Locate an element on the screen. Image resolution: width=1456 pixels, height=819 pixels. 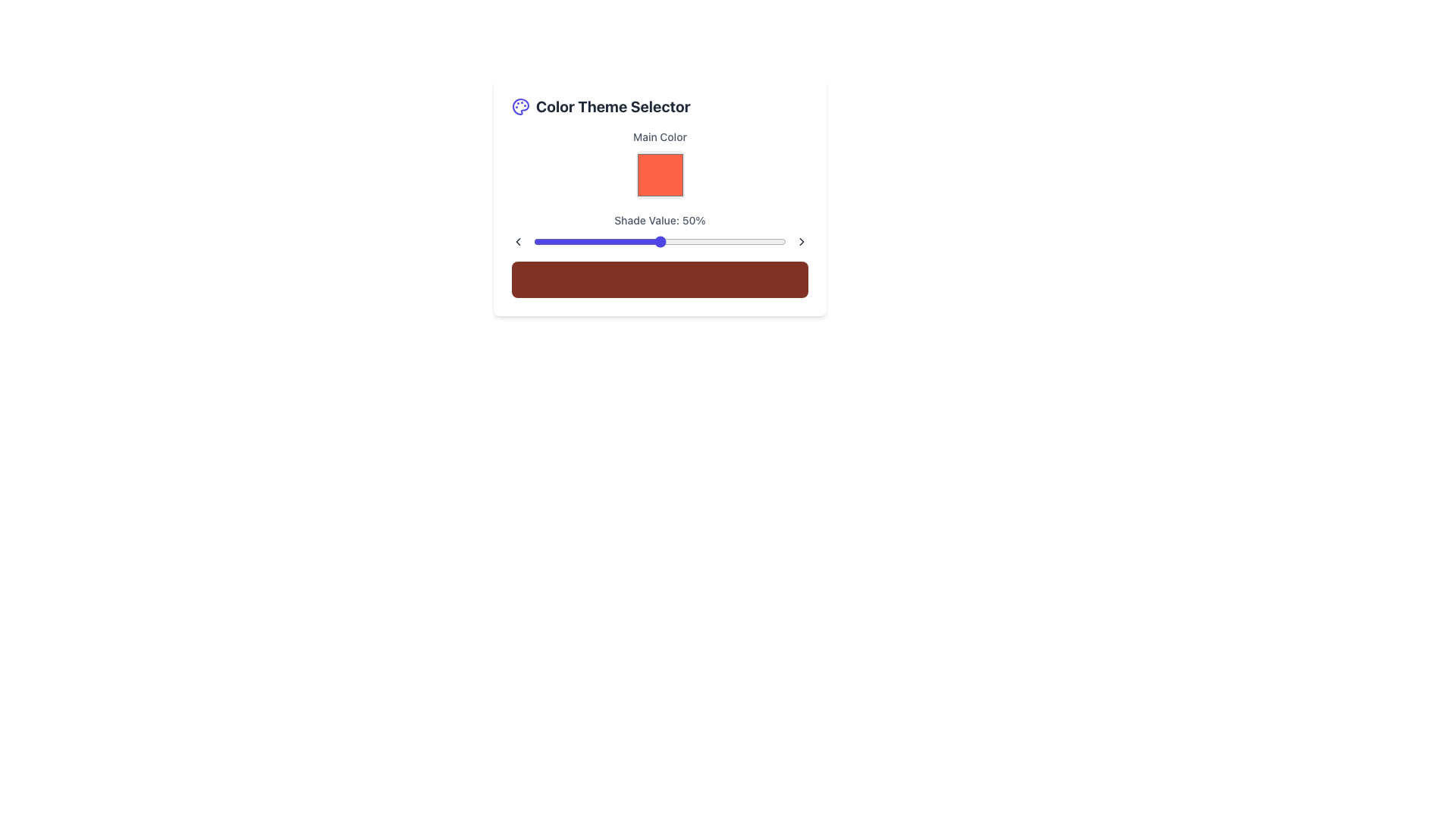
the icon button located at the far left of the Color Theme Selector card is located at coordinates (518, 241).